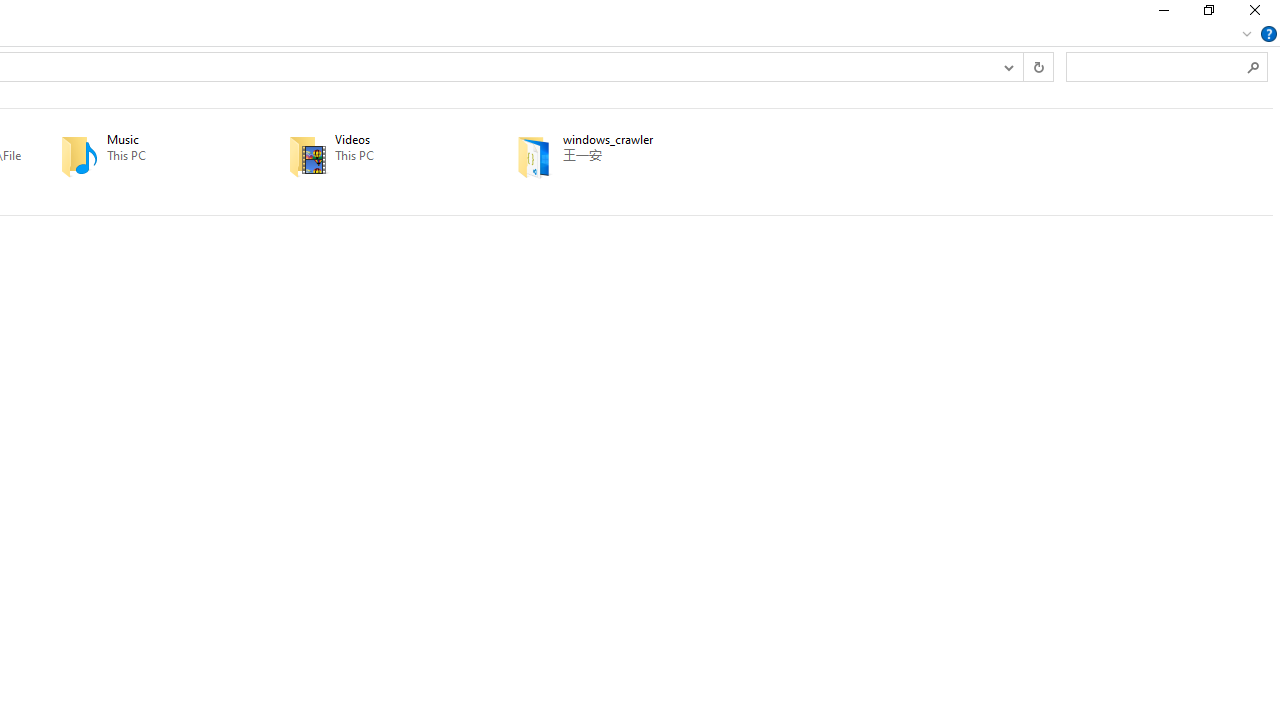 This screenshot has height=720, width=1280. What do you see at coordinates (1268, 33) in the screenshot?
I see `'Help'` at bounding box center [1268, 33].